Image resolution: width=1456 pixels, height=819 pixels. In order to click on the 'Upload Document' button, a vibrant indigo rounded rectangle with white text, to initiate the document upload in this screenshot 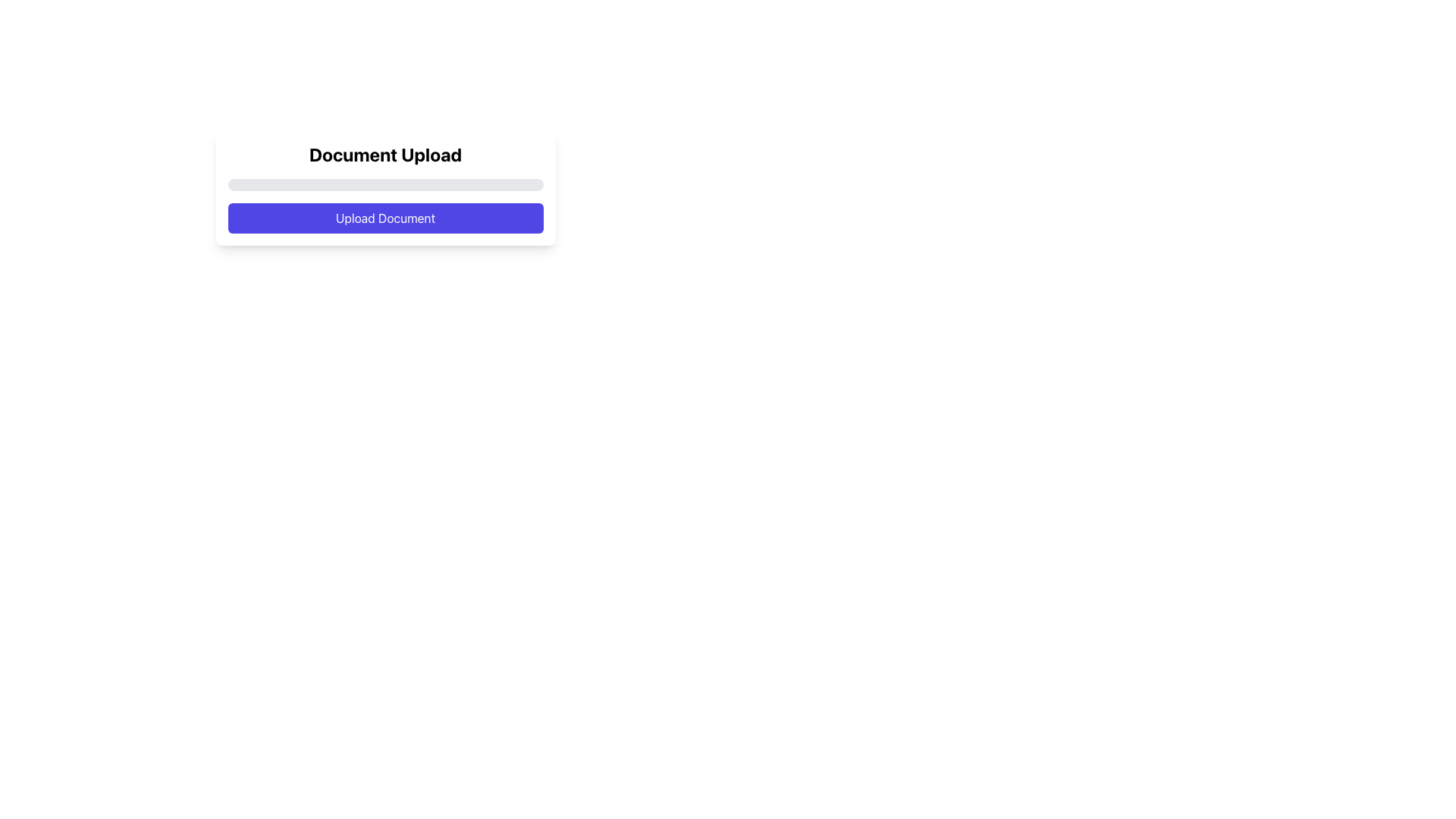, I will do `click(385, 218)`.